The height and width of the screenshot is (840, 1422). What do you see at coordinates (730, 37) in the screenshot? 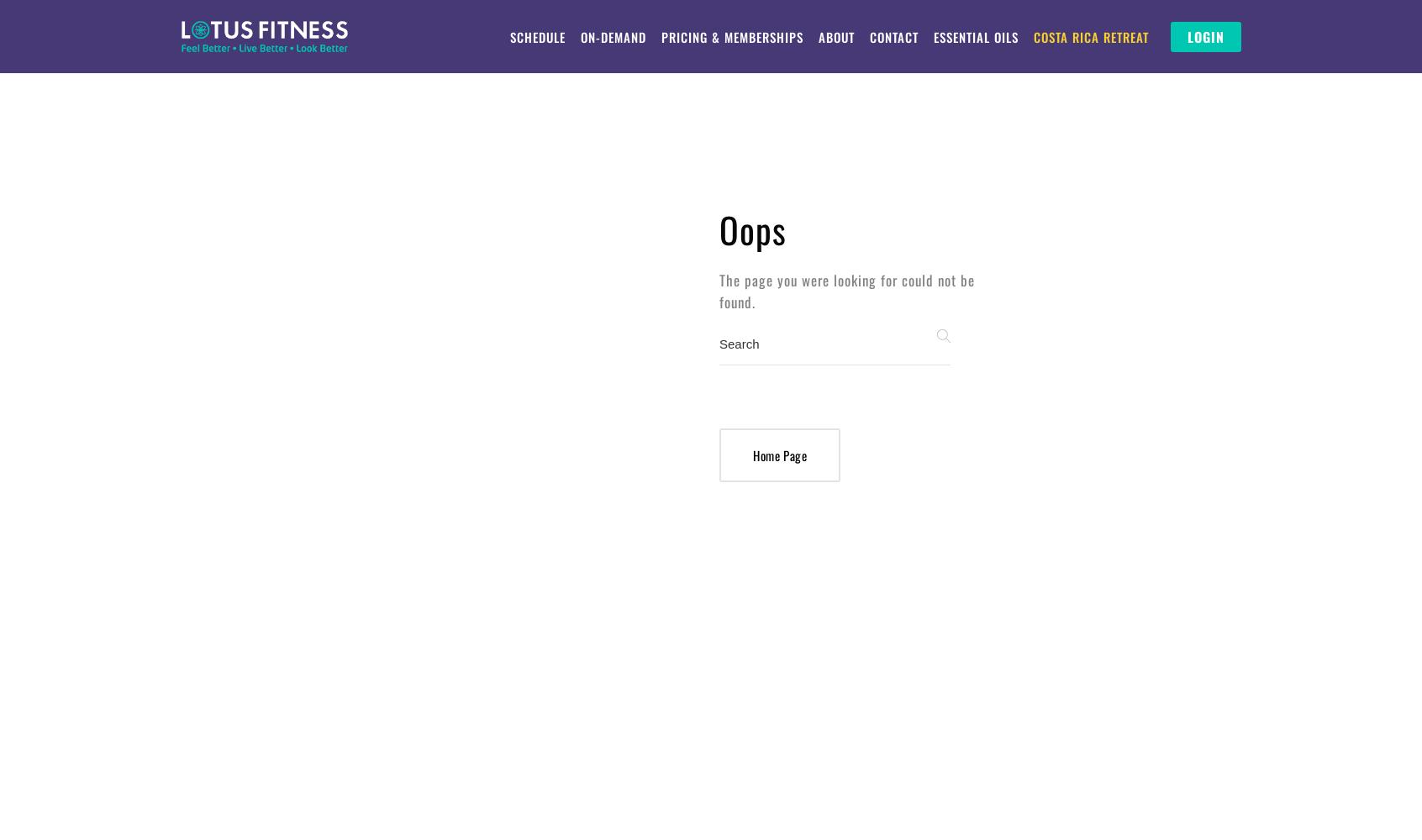
I see `'PRICING & MEMBERSHIPS'` at bounding box center [730, 37].